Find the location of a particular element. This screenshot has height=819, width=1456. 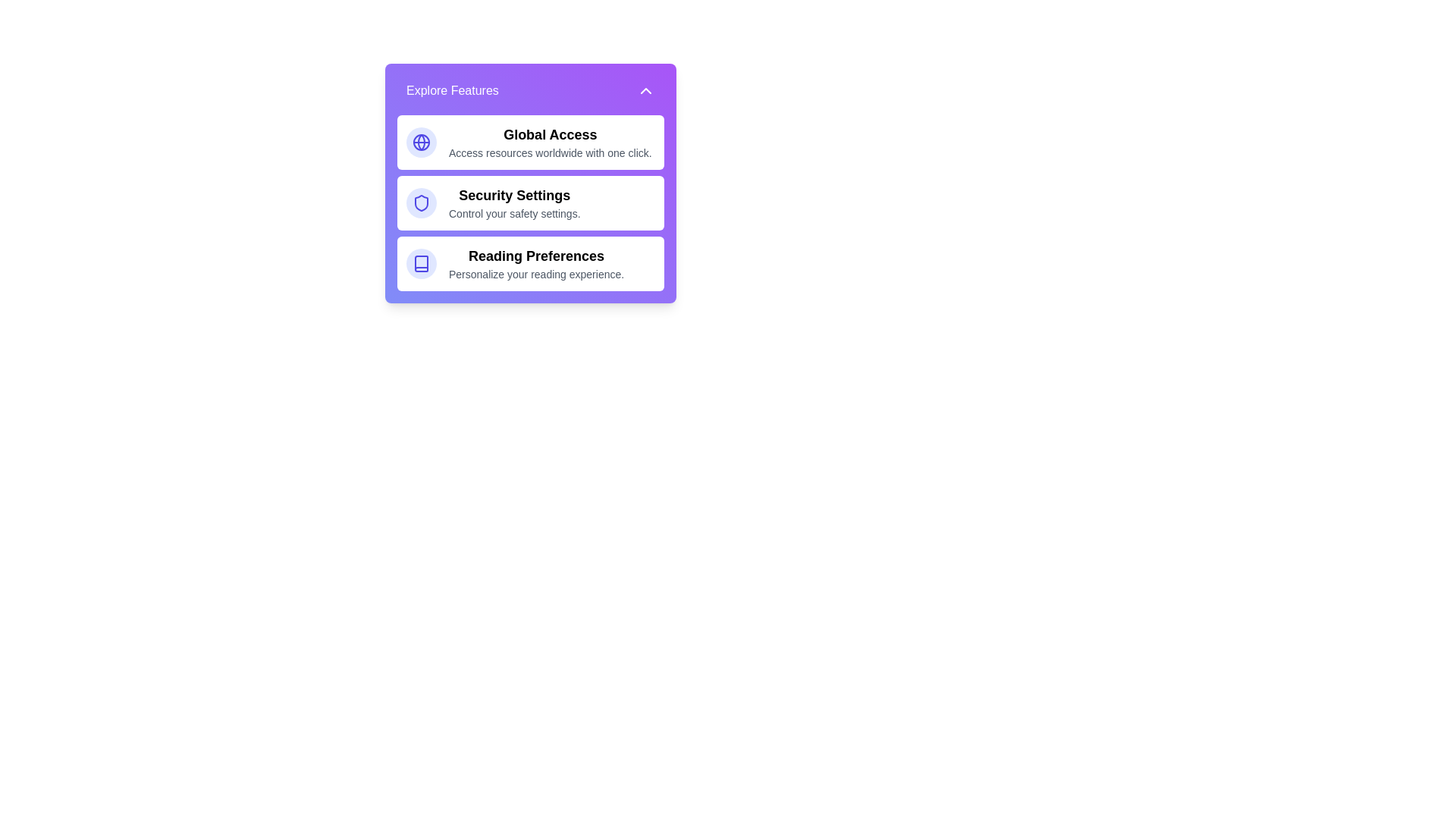

informational text that states 'Access resources worldwide with one click.' located directly below the title 'Global Access.' is located at coordinates (549, 152).